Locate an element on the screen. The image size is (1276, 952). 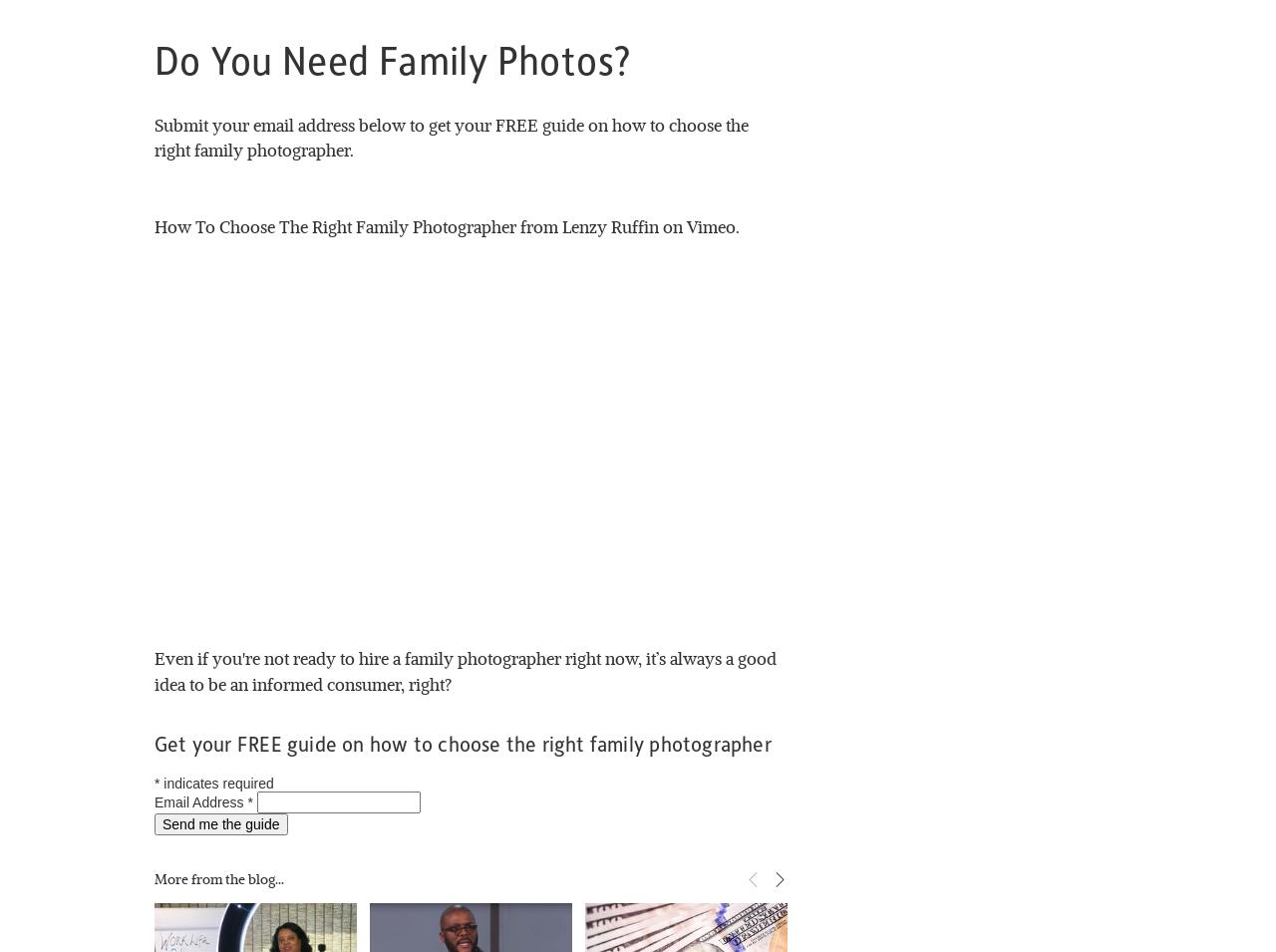
'How To Choose The Right Family Photographer' is located at coordinates (335, 225).